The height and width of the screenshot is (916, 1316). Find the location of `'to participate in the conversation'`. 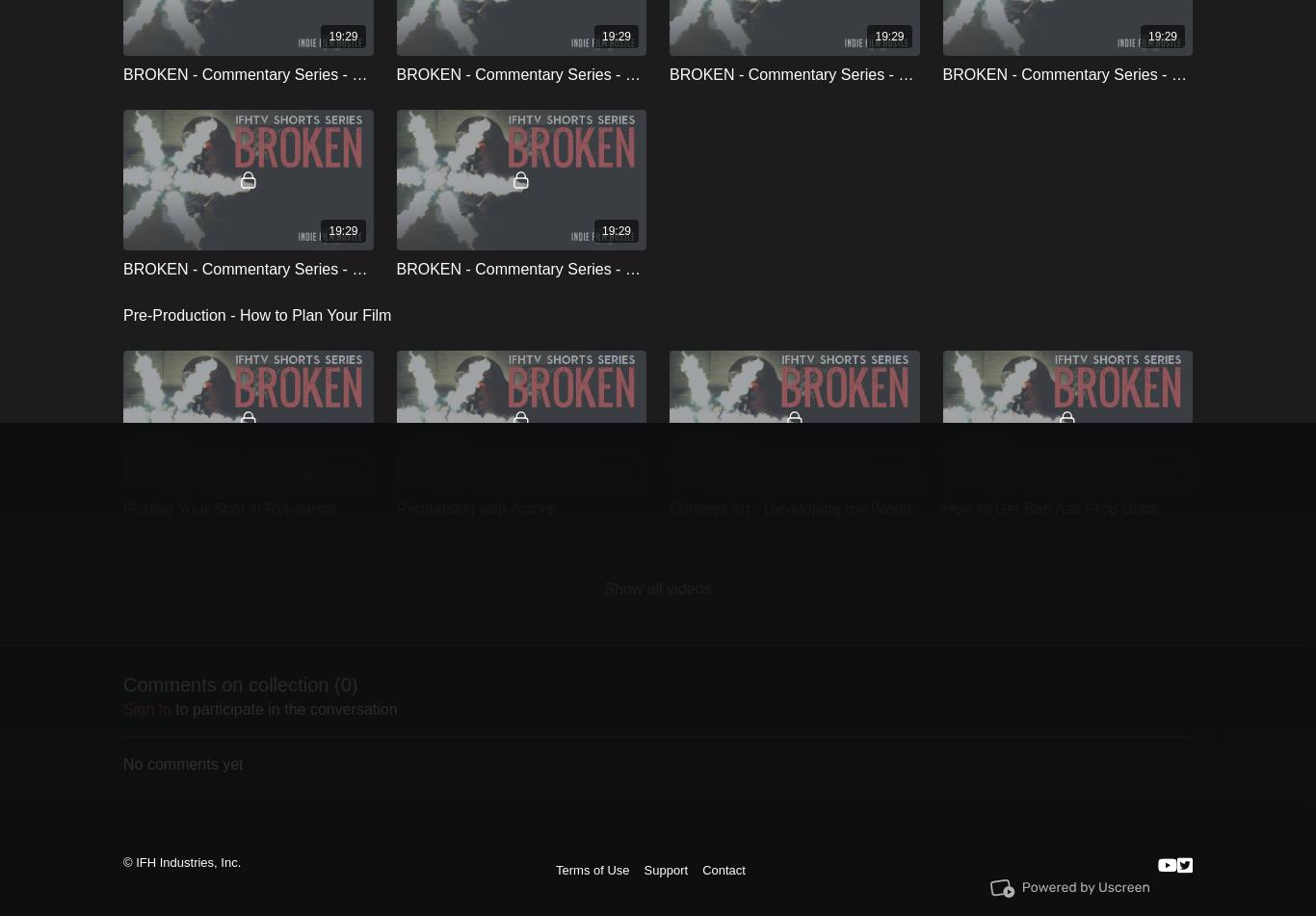

'to participate in the conversation' is located at coordinates (283, 707).